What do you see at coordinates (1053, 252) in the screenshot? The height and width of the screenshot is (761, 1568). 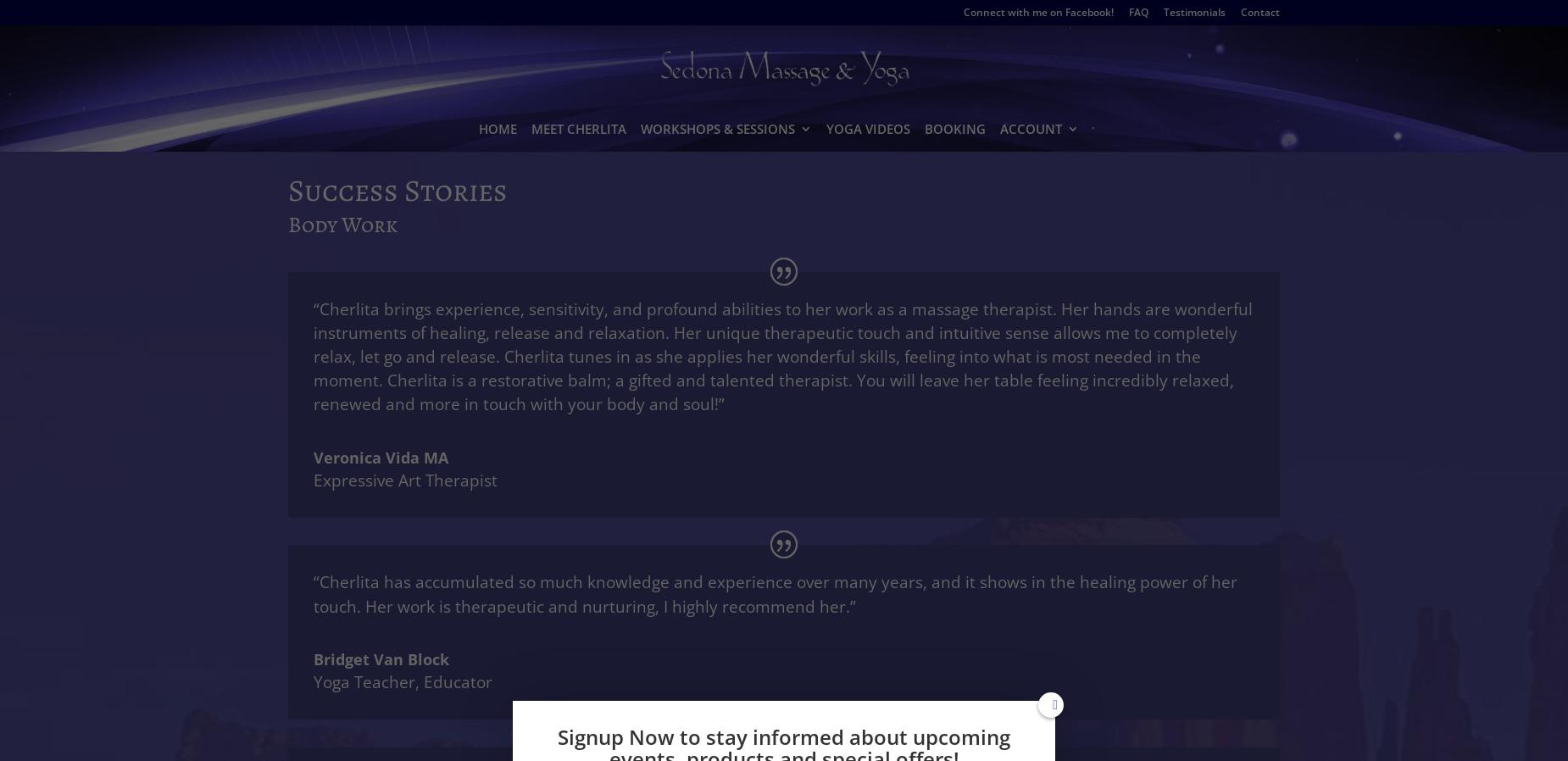 I see `'Checkout'` at bounding box center [1053, 252].